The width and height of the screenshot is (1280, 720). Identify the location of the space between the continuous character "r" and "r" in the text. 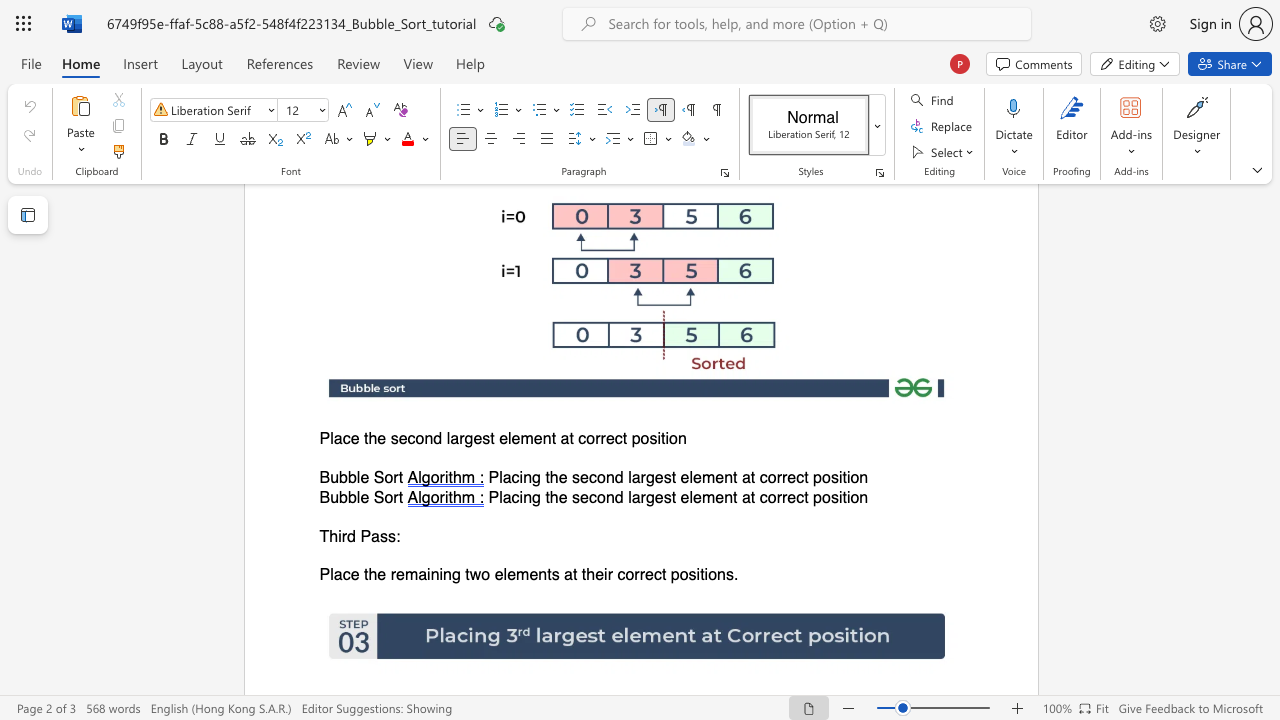
(638, 575).